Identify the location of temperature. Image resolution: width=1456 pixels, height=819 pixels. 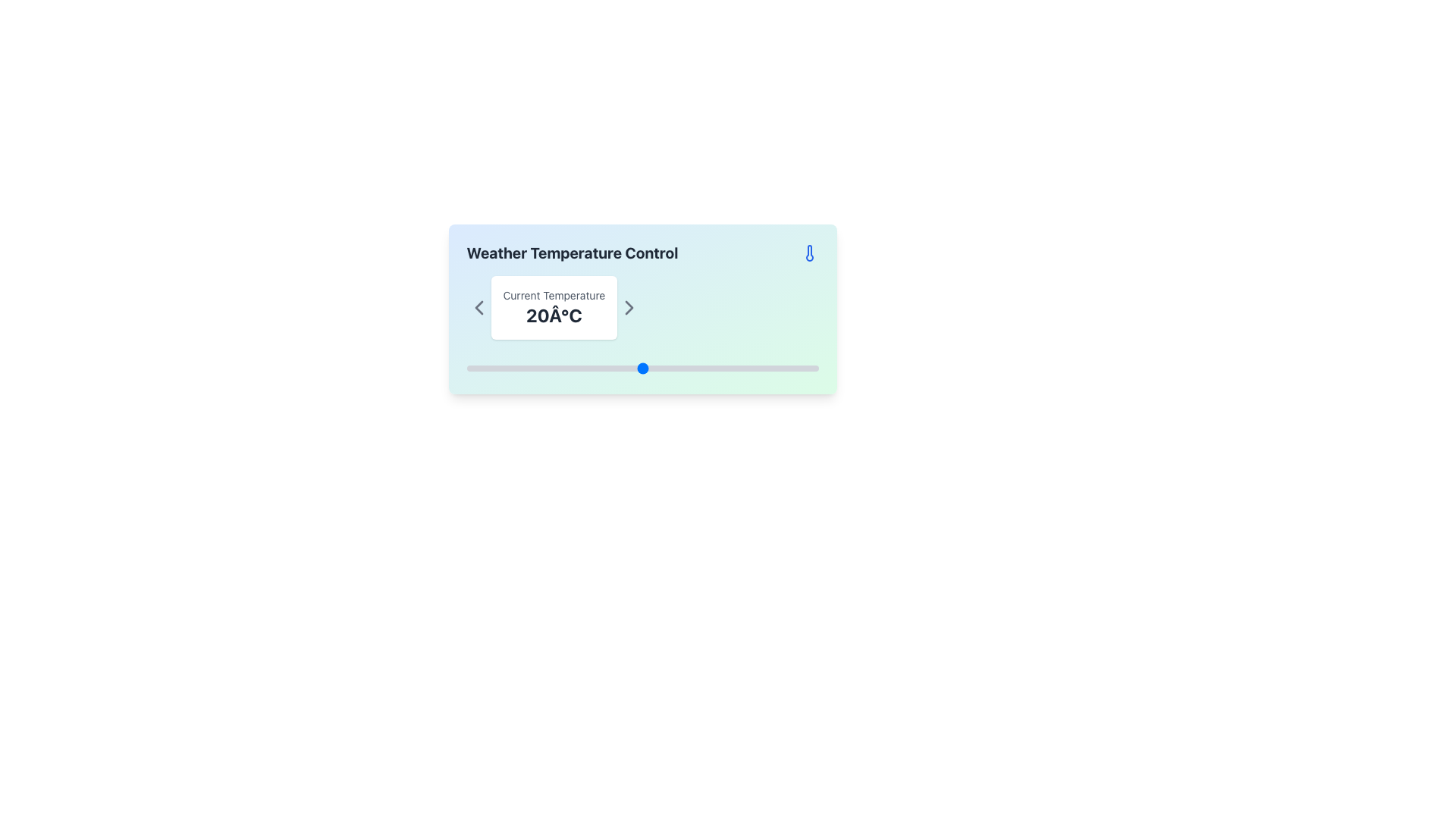
(774, 369).